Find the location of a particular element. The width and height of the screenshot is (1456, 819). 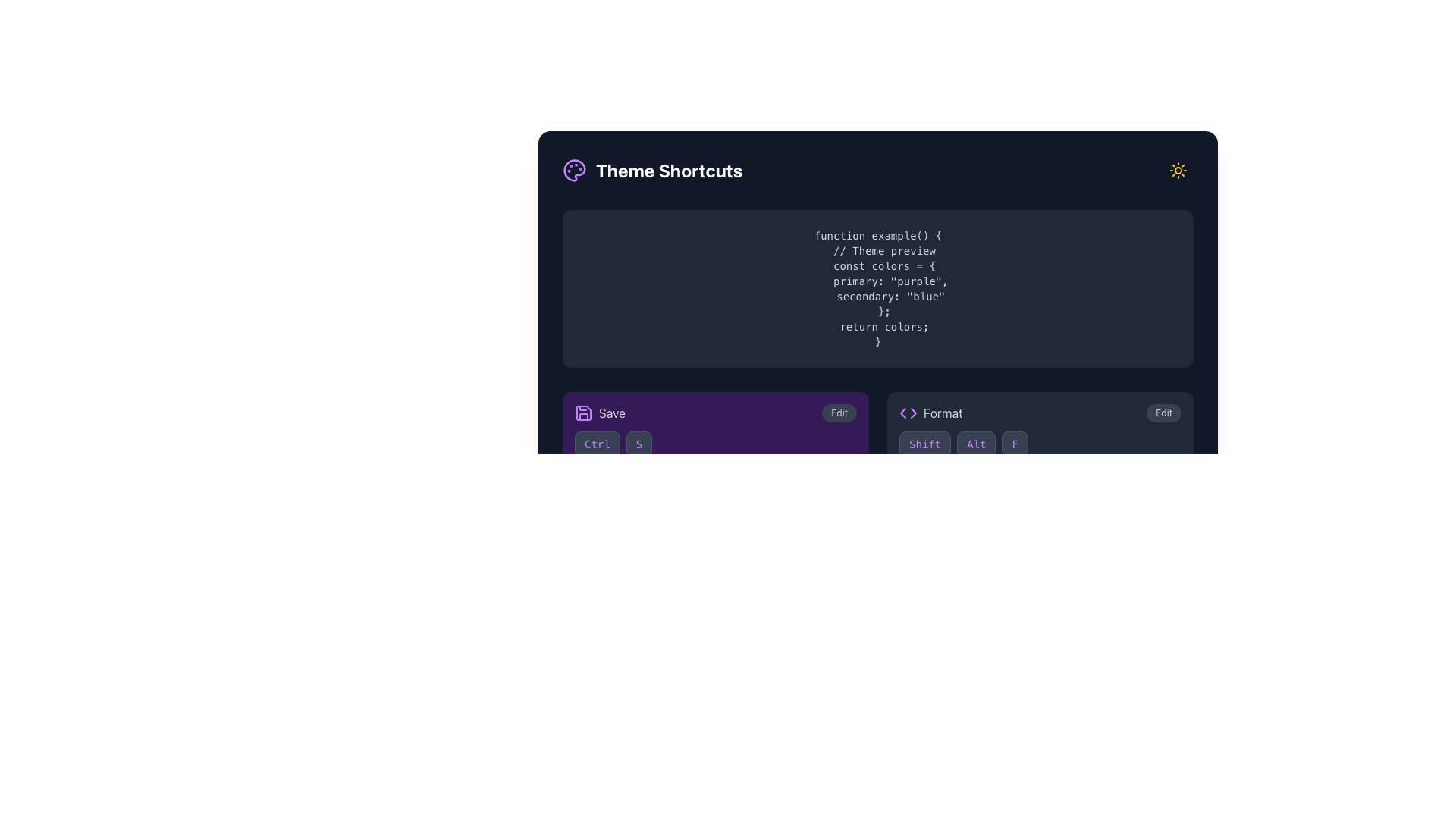

the static text label or heading located towards the top-left quadrant of the interface, which indicates the theme-related functionality of the associated section is located at coordinates (668, 170).